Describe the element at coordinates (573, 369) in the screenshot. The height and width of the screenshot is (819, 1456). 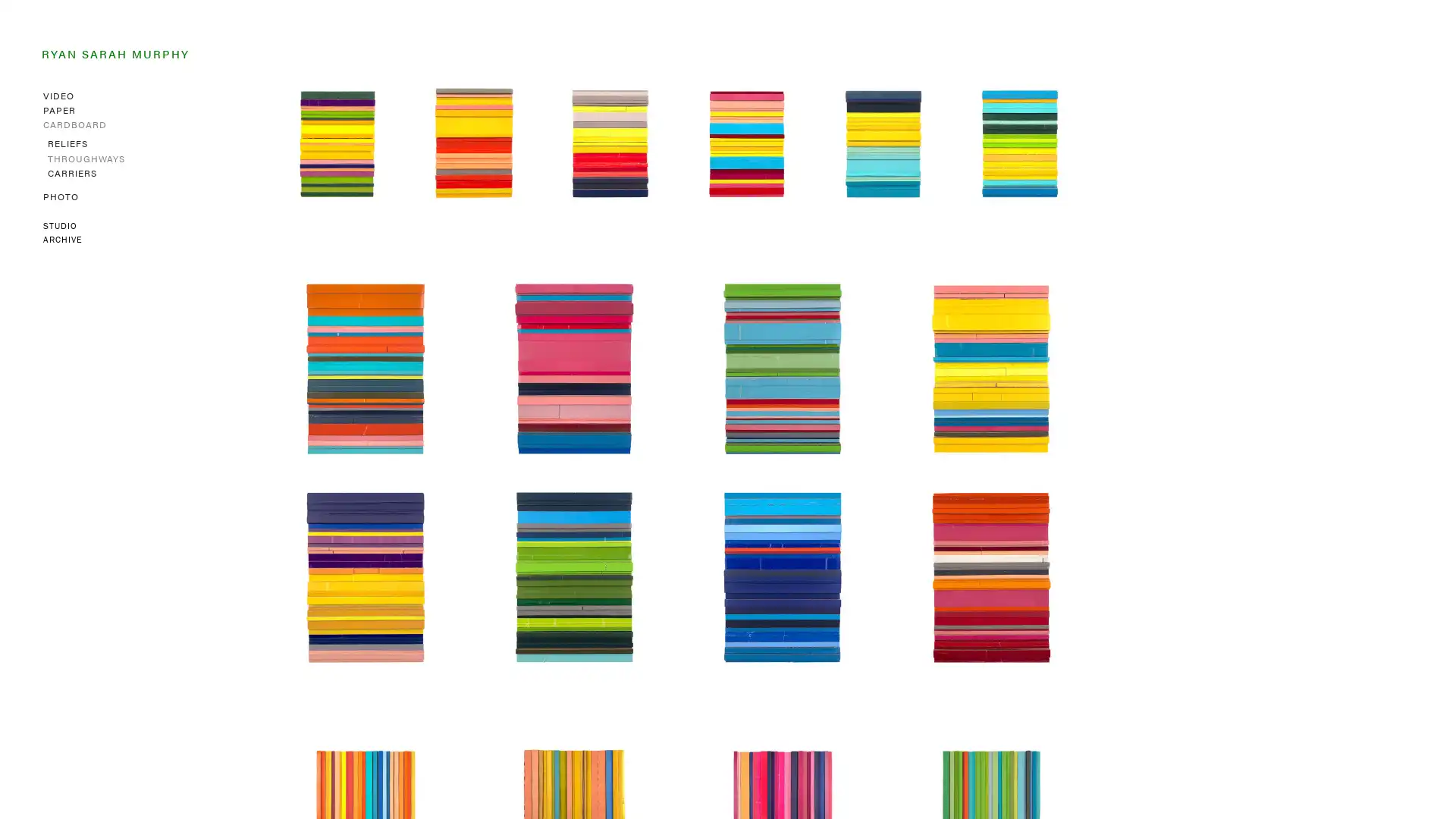
I see `View fullsize Throughway - Pink (Still), 2020 Unpainted cardboard and glue on Arches paper 11 x 7.5 inches` at that location.